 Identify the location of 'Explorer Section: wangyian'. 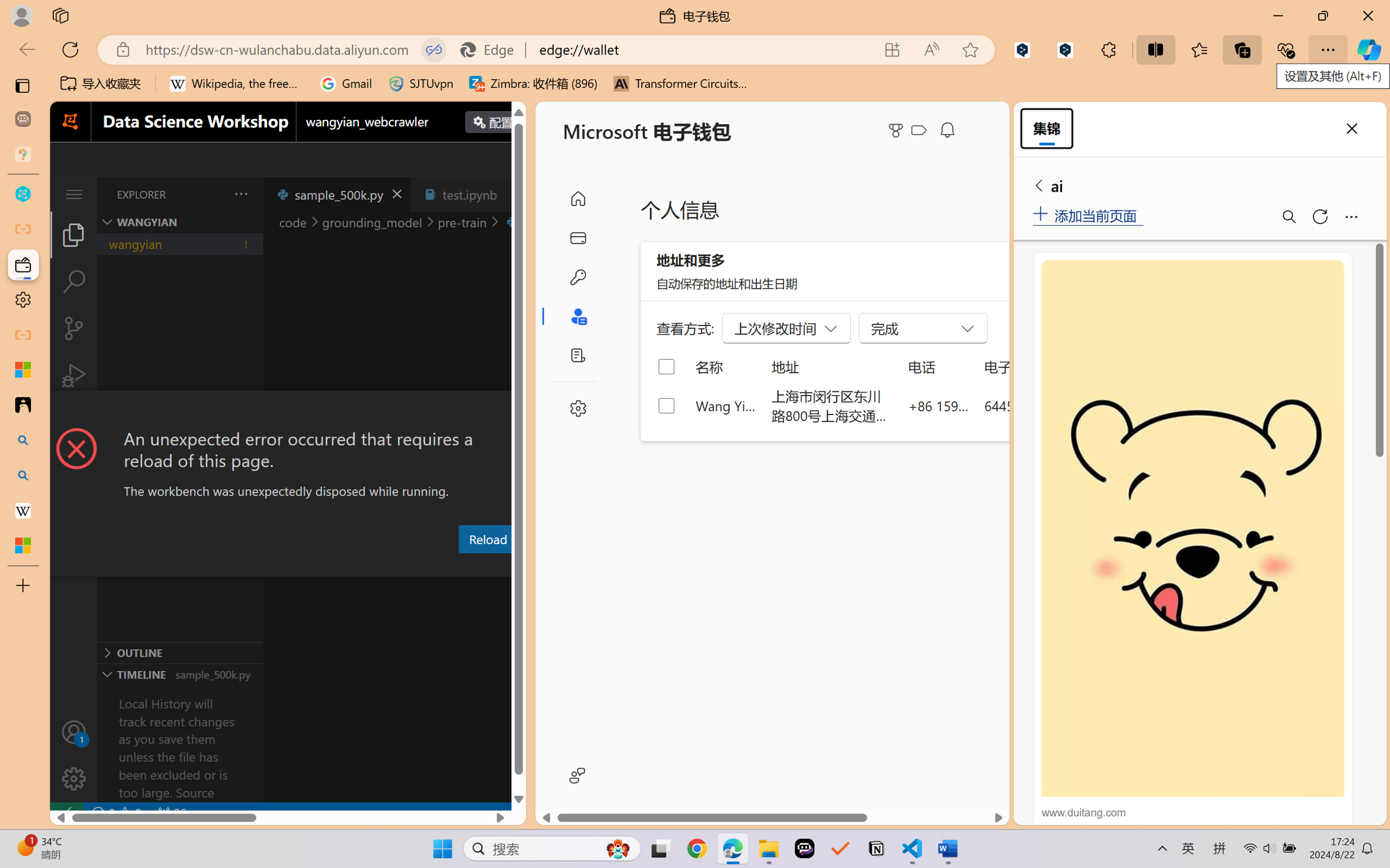
(180, 222).